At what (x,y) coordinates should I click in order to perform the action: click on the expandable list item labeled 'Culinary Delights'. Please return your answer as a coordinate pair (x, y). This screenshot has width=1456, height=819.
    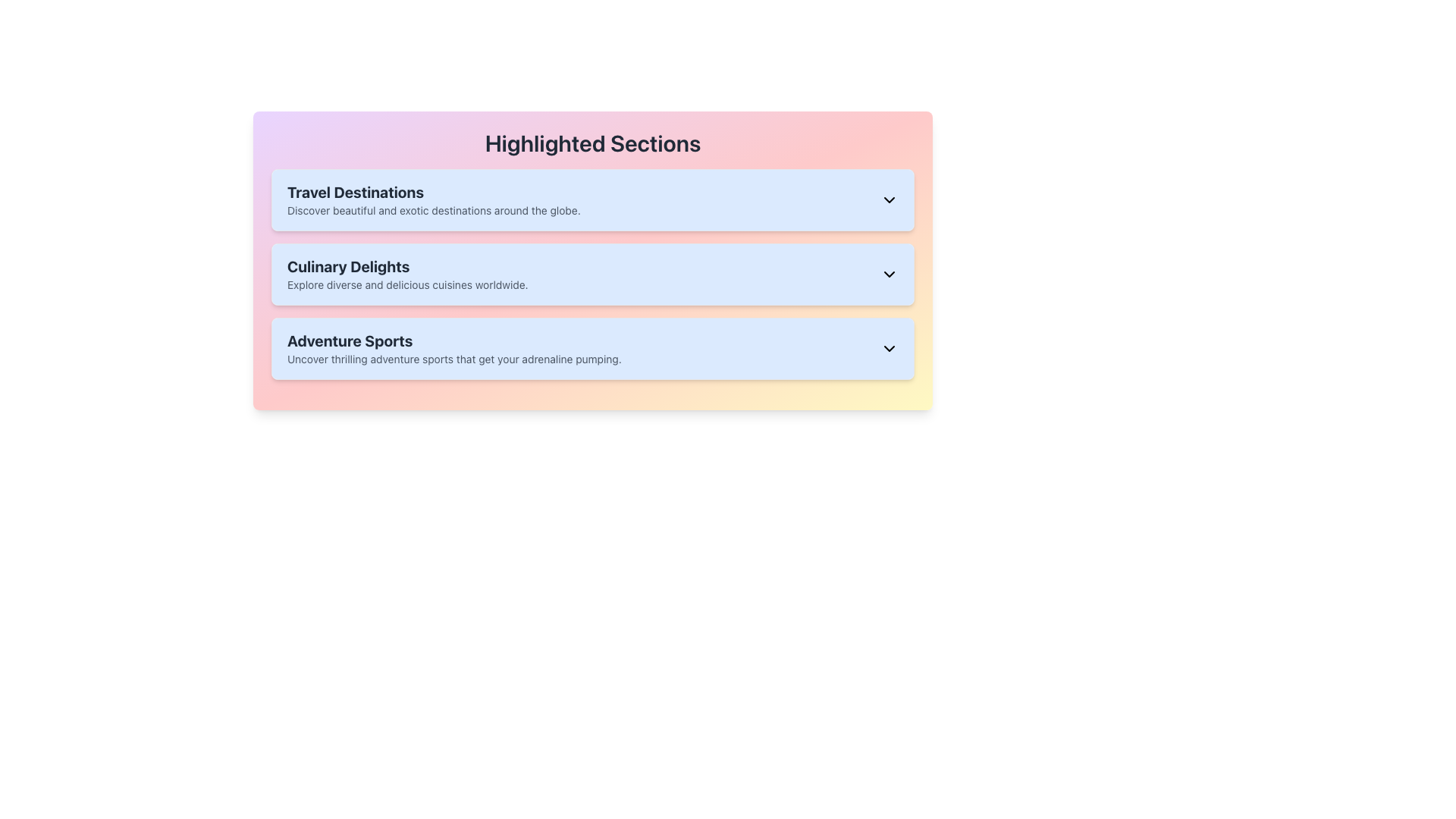
    Looking at the image, I should click on (592, 275).